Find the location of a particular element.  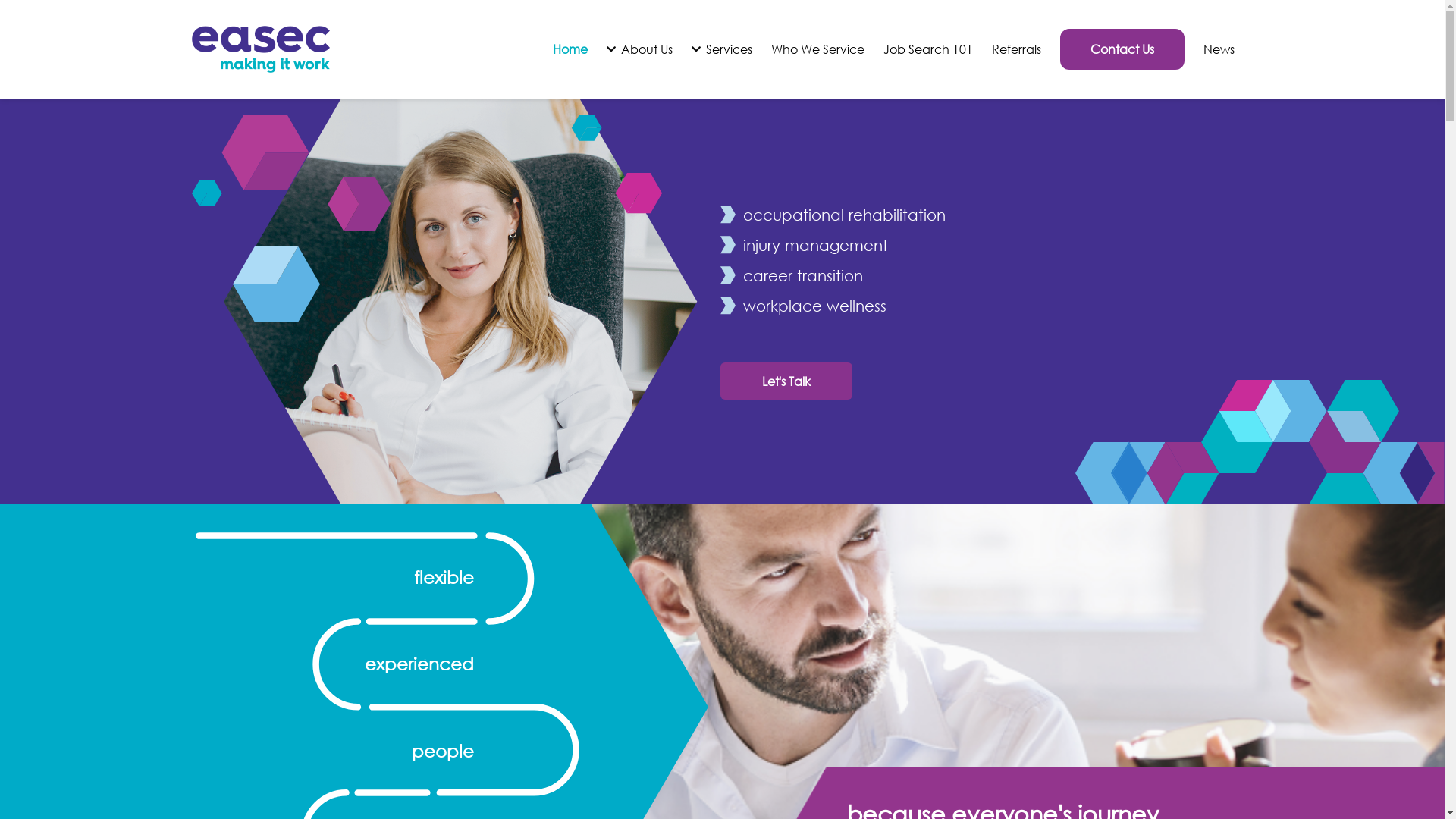

'Contact Us' is located at coordinates (1122, 49).